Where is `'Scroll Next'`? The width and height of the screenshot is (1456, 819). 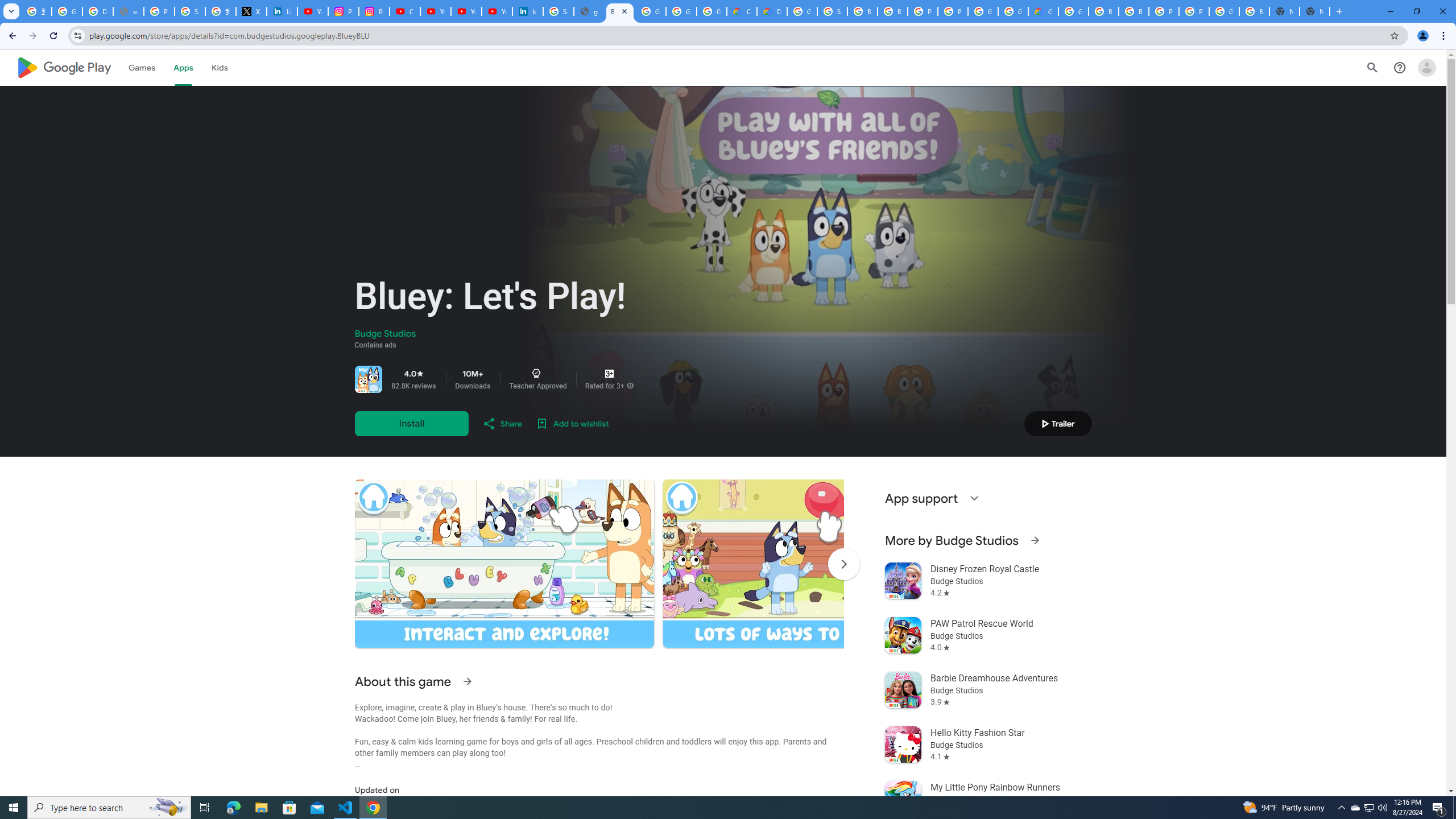 'Scroll Next' is located at coordinates (843, 564).